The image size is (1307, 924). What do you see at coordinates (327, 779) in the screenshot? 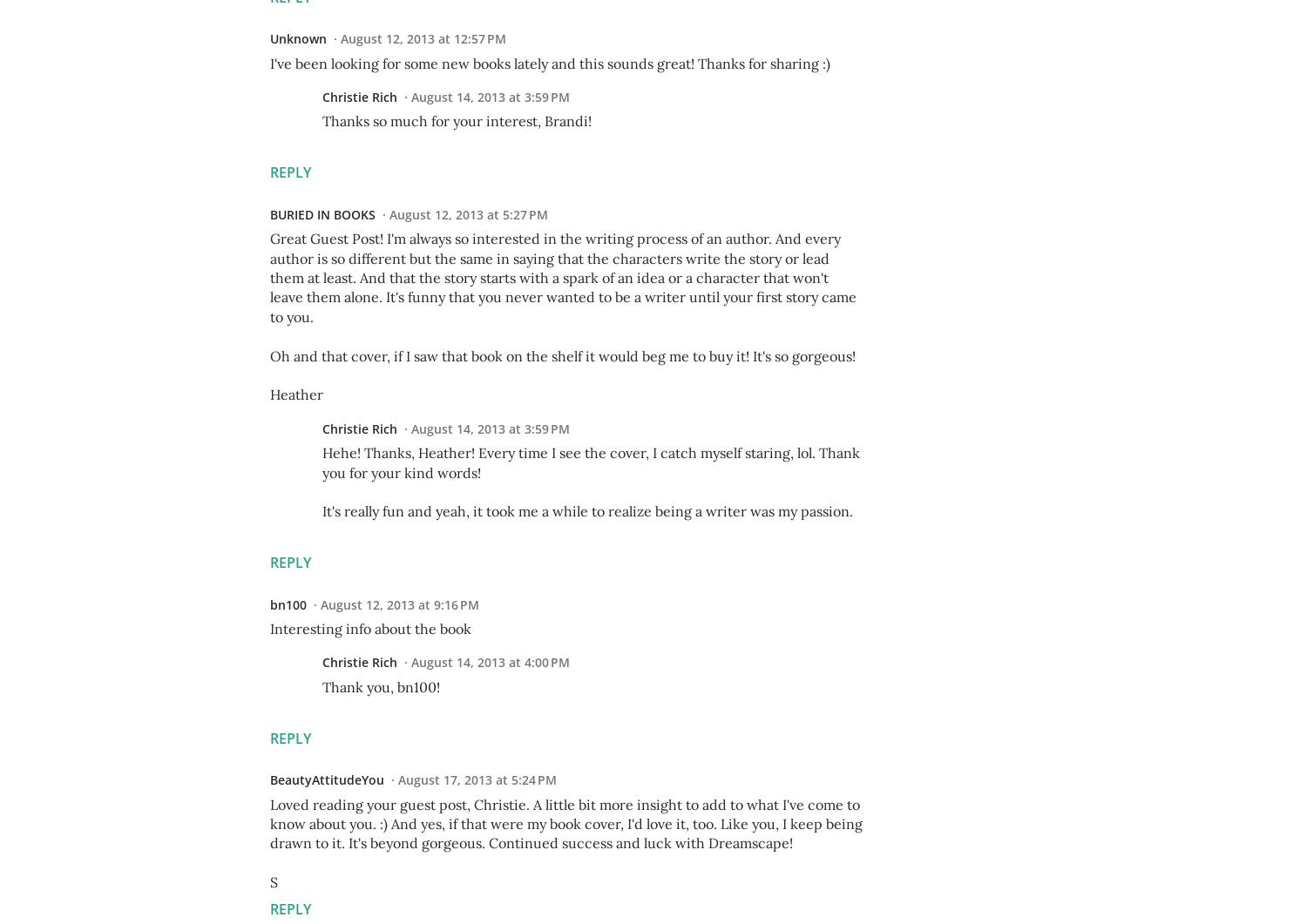
I see `'BeautyAttitudeYou'` at bounding box center [327, 779].